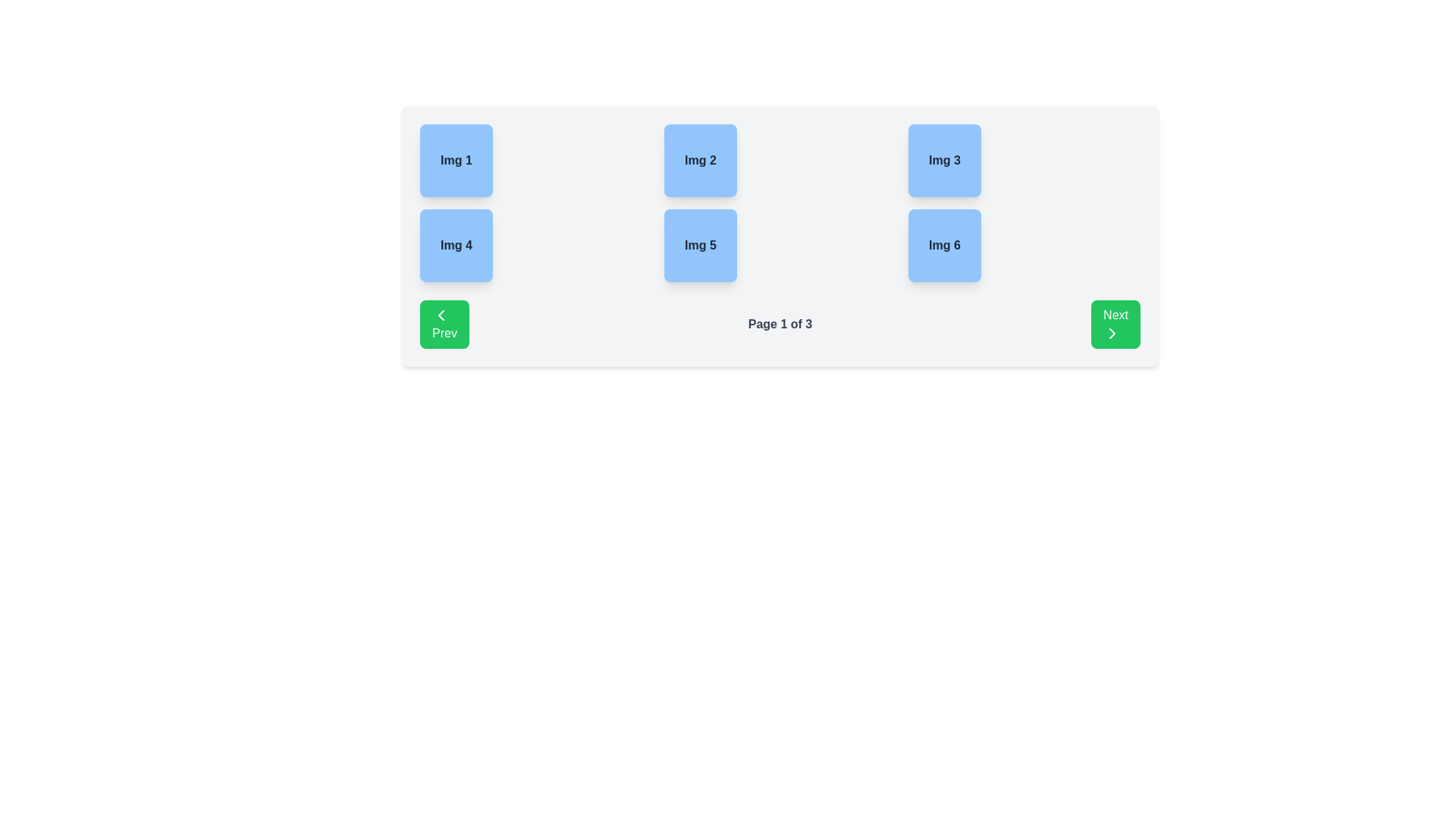  What do you see at coordinates (944, 161) in the screenshot?
I see `the text label displaying 'Img 3', which is located in the top-rightmost blue box of a 2x3 grid, featuring a bold, dark gray font and a rounded light blue background` at bounding box center [944, 161].